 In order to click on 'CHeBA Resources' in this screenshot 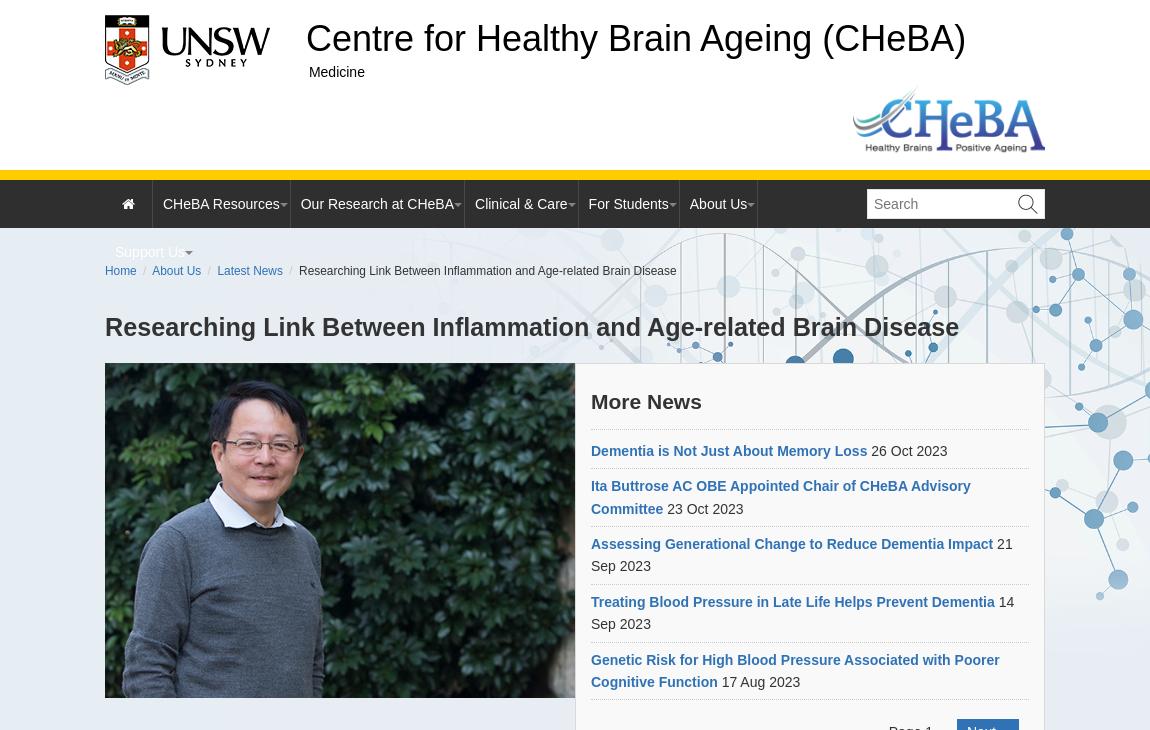, I will do `click(161, 204)`.